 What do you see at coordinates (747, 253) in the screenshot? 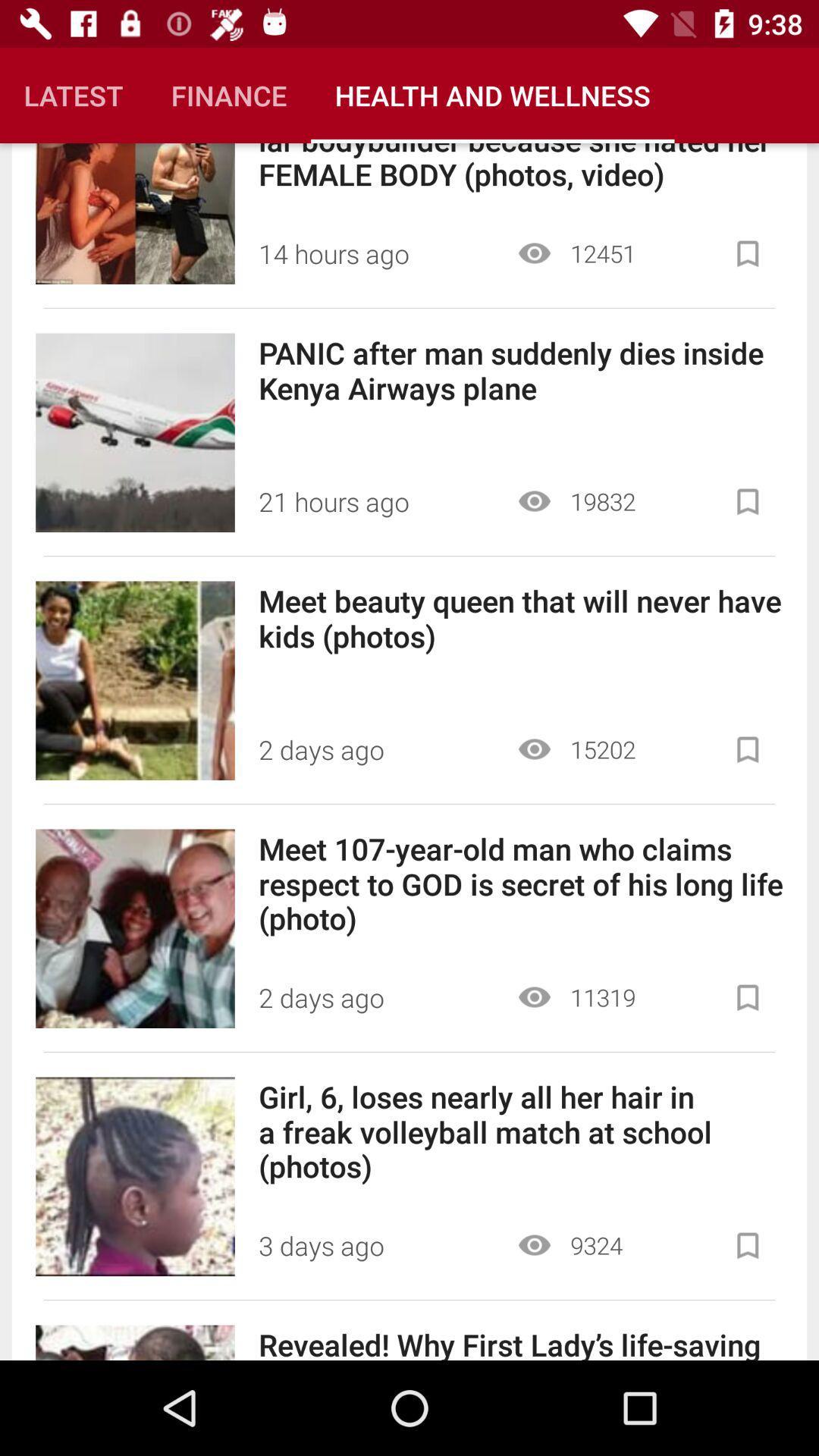
I see `bookmark first article` at bounding box center [747, 253].